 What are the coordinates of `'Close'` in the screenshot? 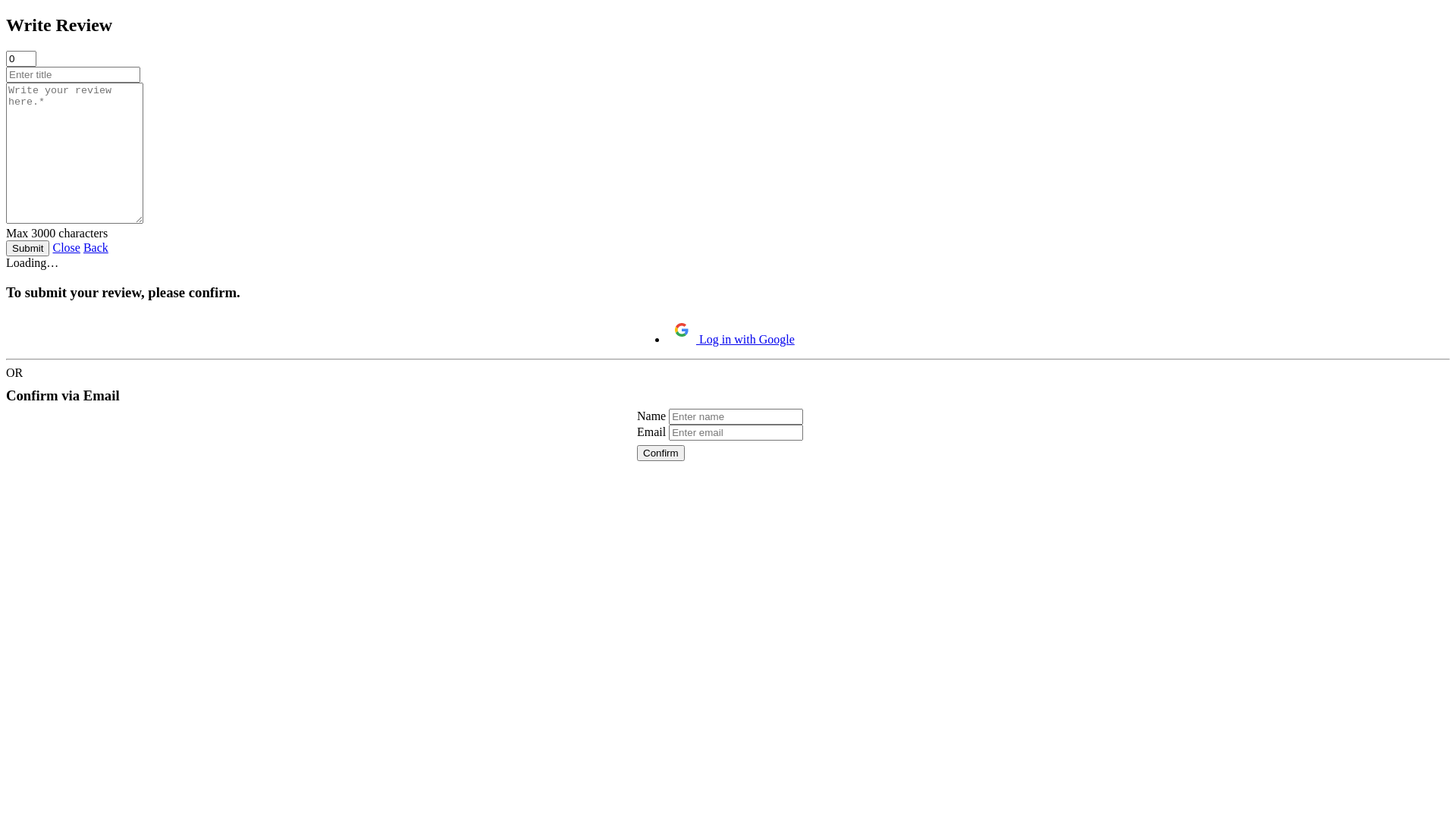 It's located at (64, 246).